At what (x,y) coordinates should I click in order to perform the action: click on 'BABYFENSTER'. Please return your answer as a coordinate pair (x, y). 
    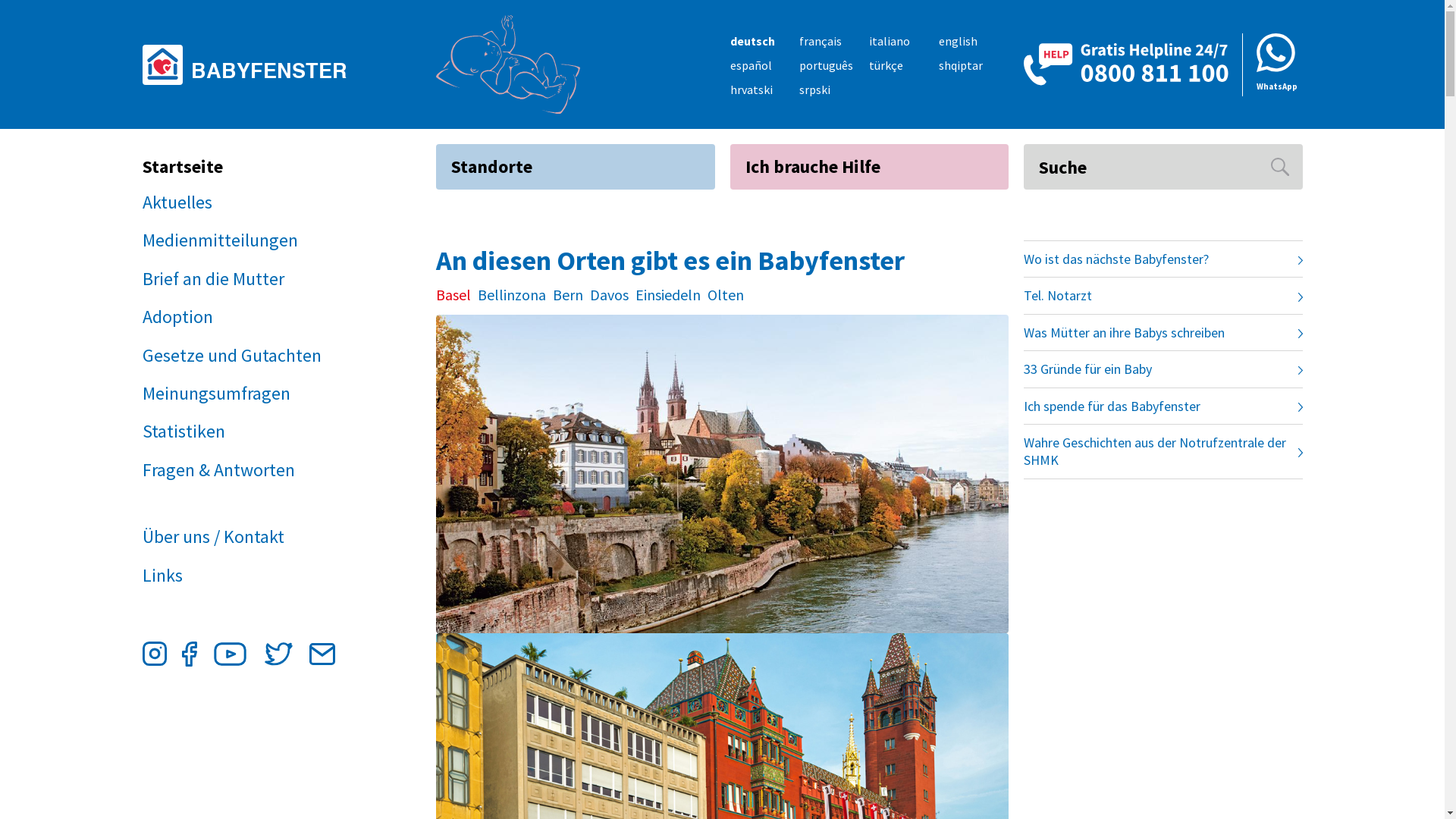
    Looking at the image, I should click on (142, 63).